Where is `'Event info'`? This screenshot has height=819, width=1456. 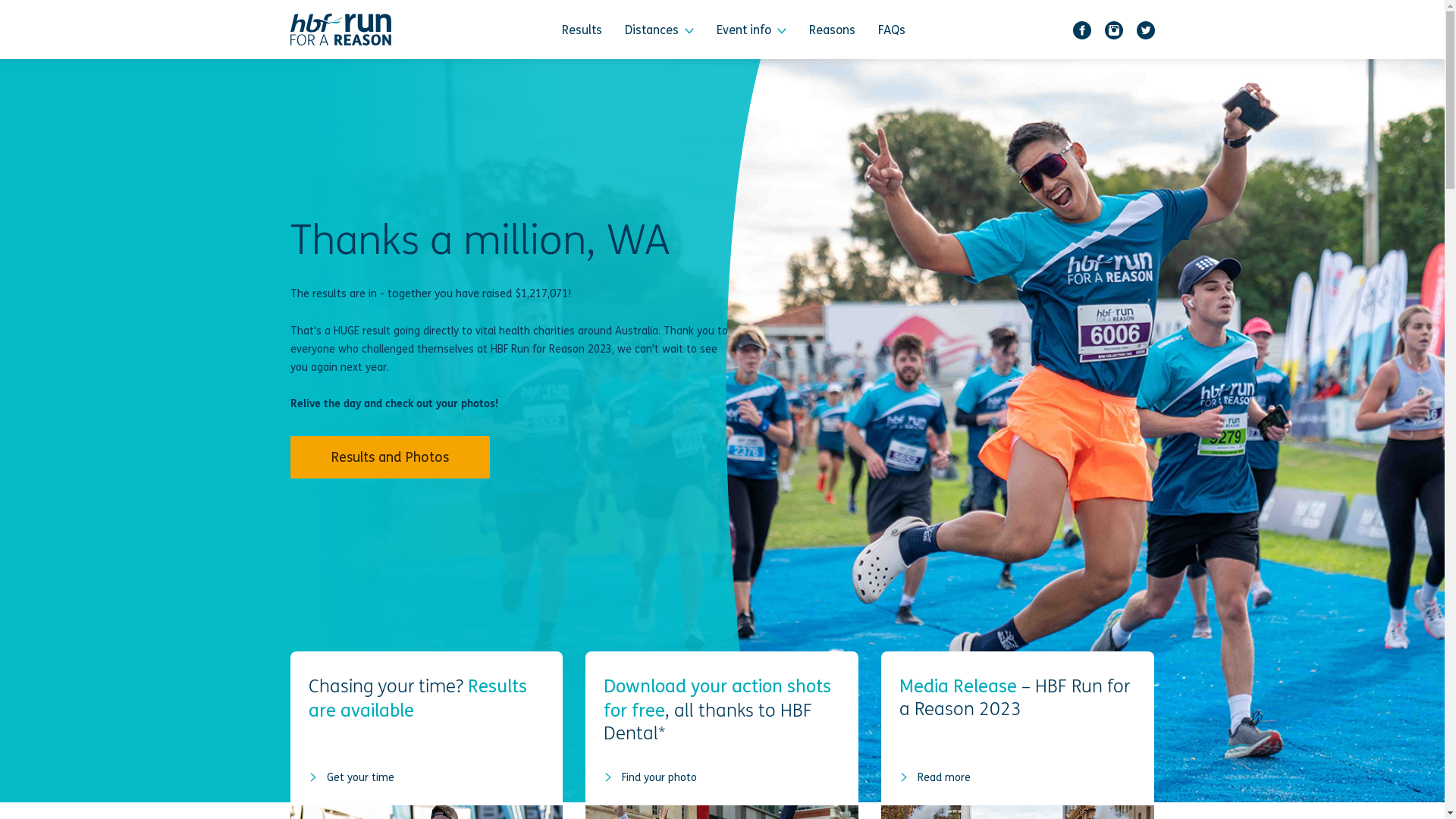 'Event info' is located at coordinates (751, 29).